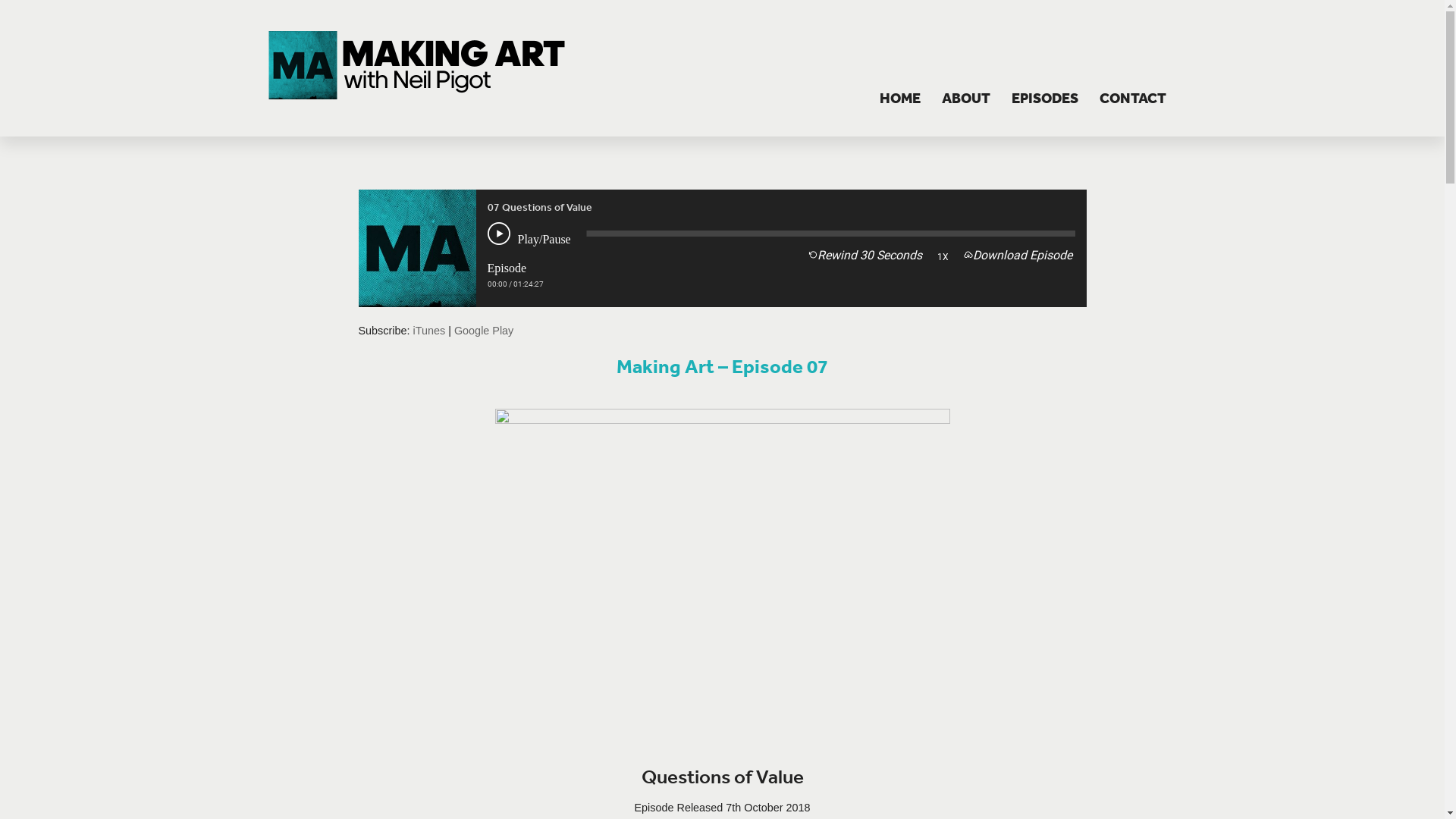 The height and width of the screenshot is (819, 1456). I want to click on 'Google Play', so click(483, 329).